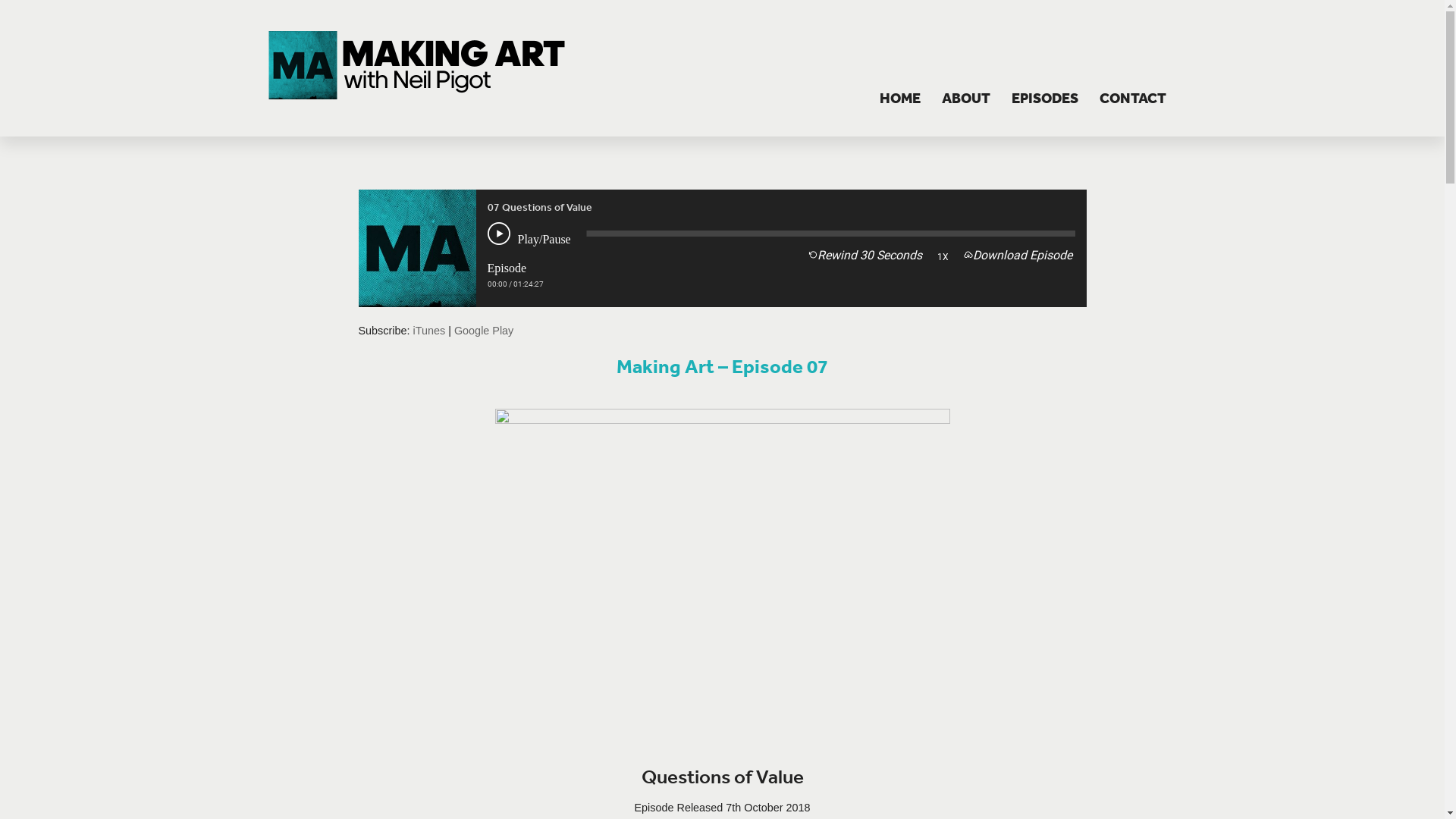 The height and width of the screenshot is (819, 1456). I want to click on 'Google Play', so click(483, 329).